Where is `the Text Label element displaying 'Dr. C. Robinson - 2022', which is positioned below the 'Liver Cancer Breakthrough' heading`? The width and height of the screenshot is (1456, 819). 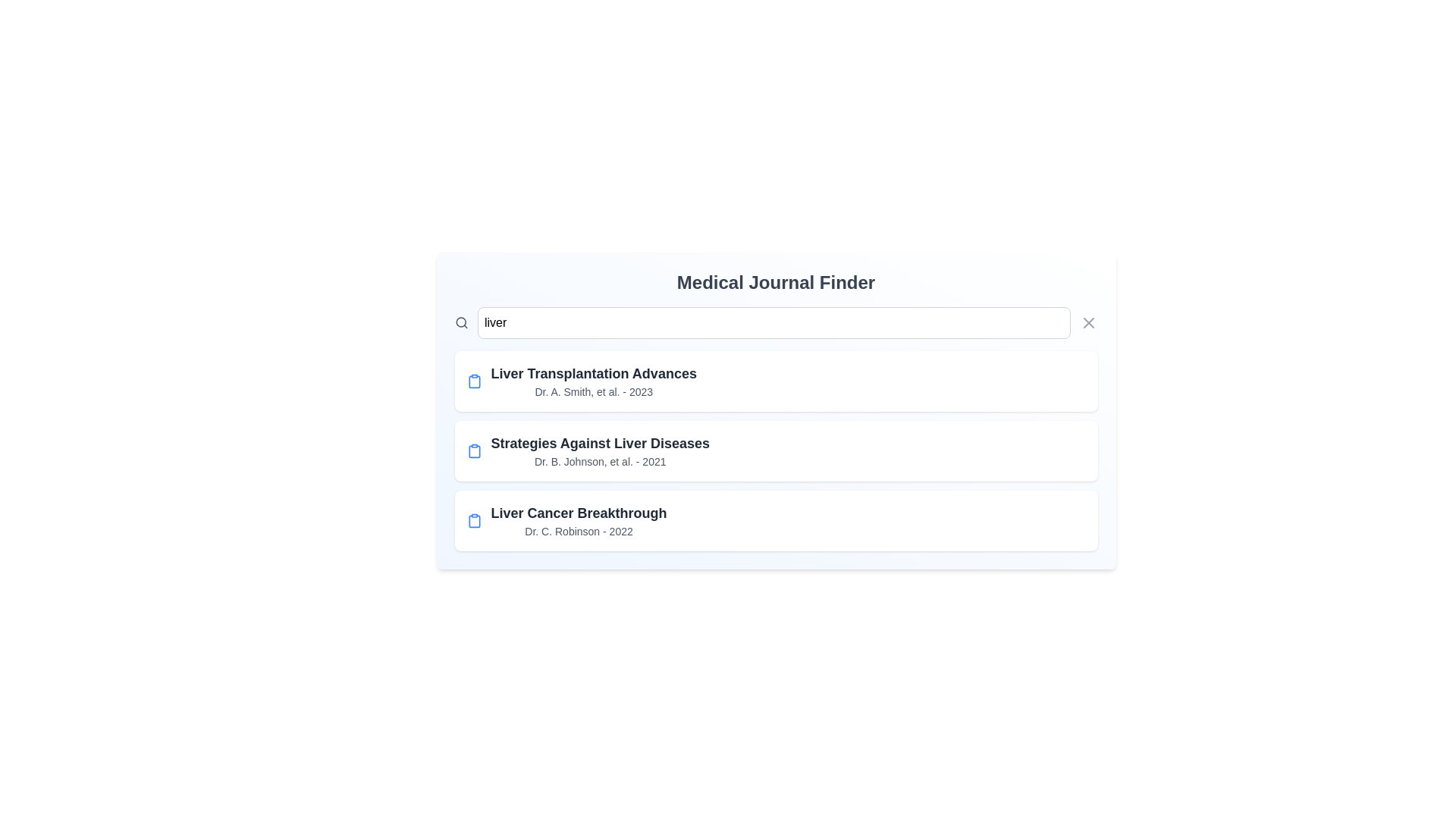
the Text Label element displaying 'Dr. C. Robinson - 2022', which is positioned below the 'Liver Cancer Breakthrough' heading is located at coordinates (578, 531).